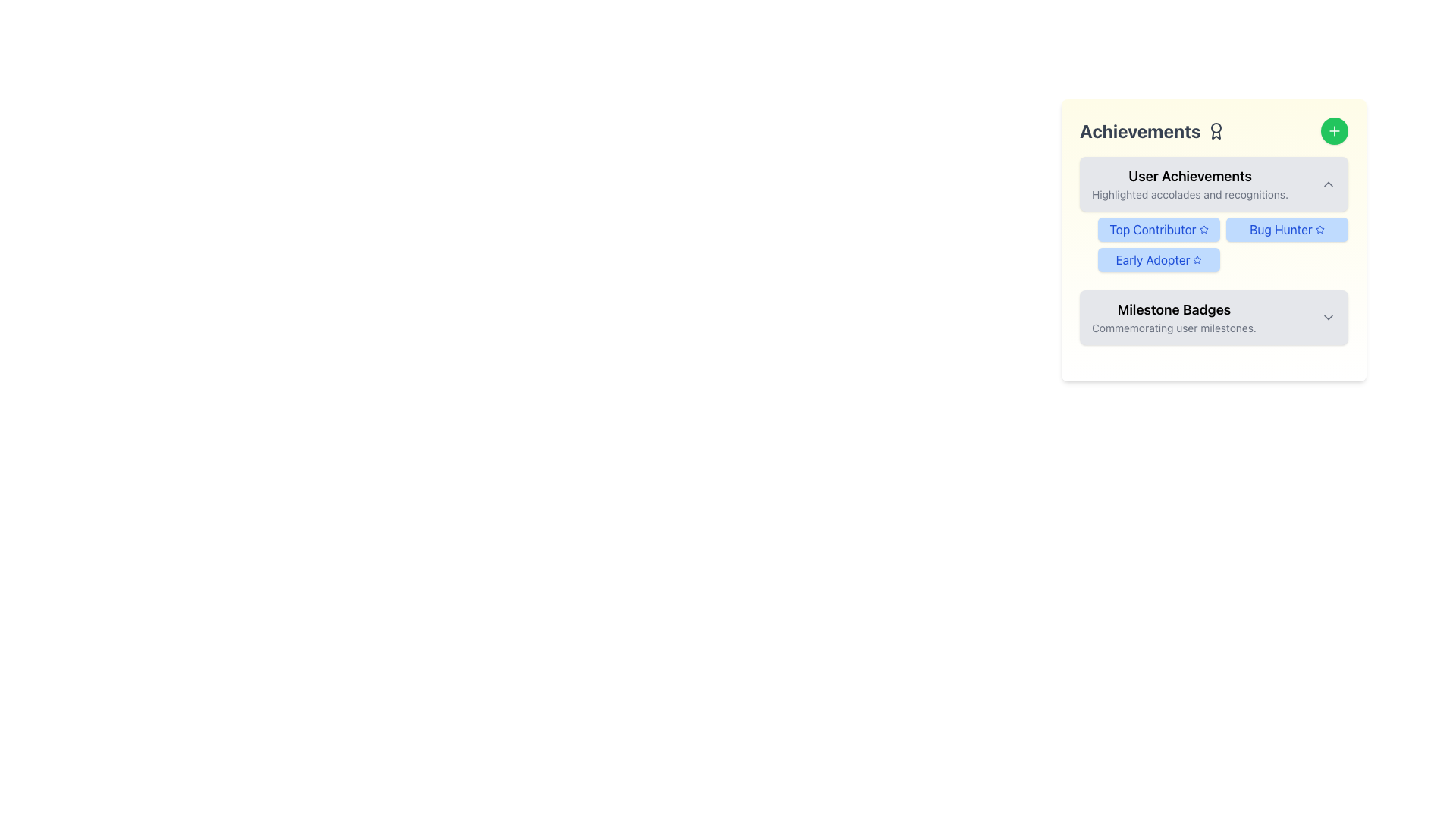  I want to click on the star icon next to the 'Bug Hunter' label in the 'User Achievements' section of the 'Achievements' card to indicate its achievement status, so click(1203, 229).